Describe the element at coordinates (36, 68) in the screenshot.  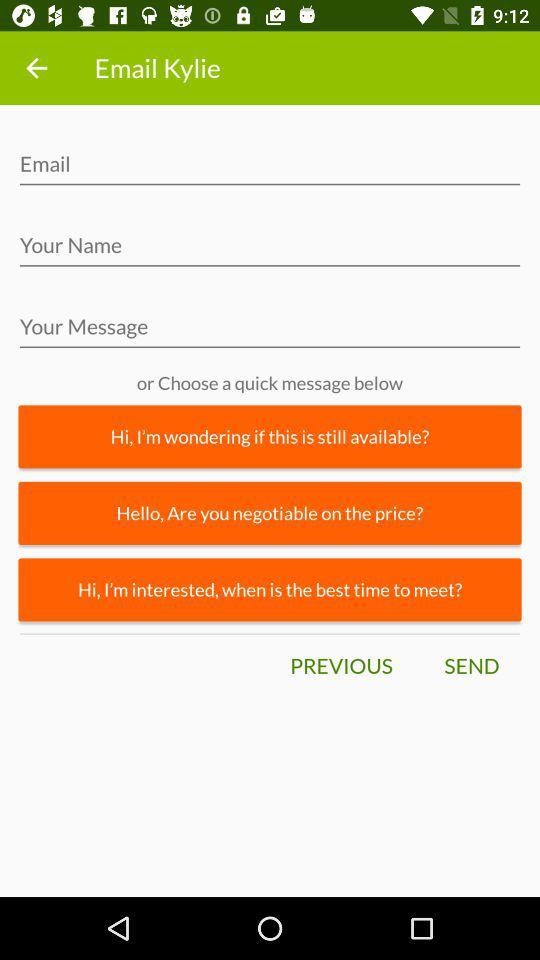
I see `icon to the left of the email kylie` at that location.